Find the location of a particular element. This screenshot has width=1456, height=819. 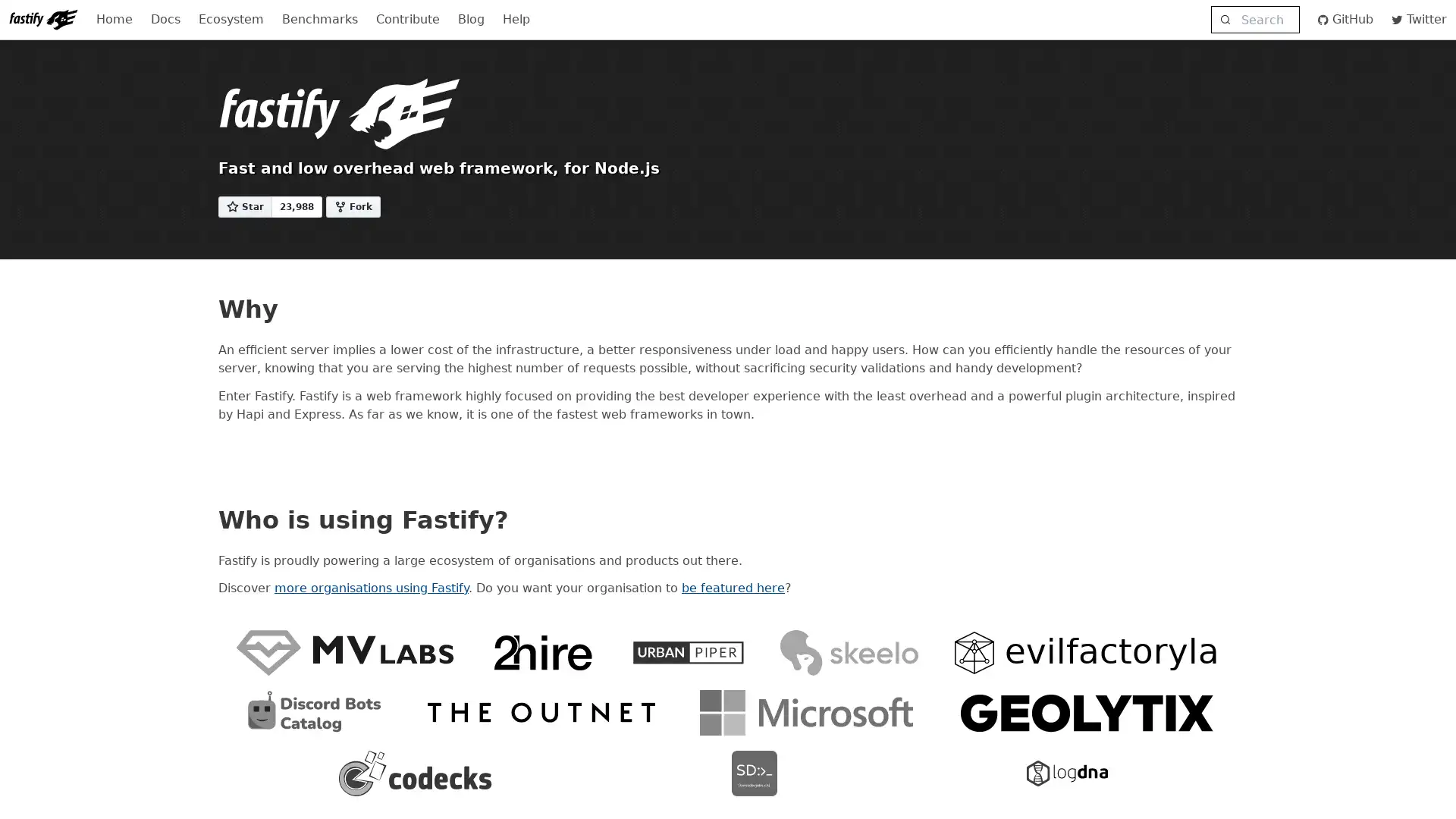

Search is located at coordinates (1254, 20).